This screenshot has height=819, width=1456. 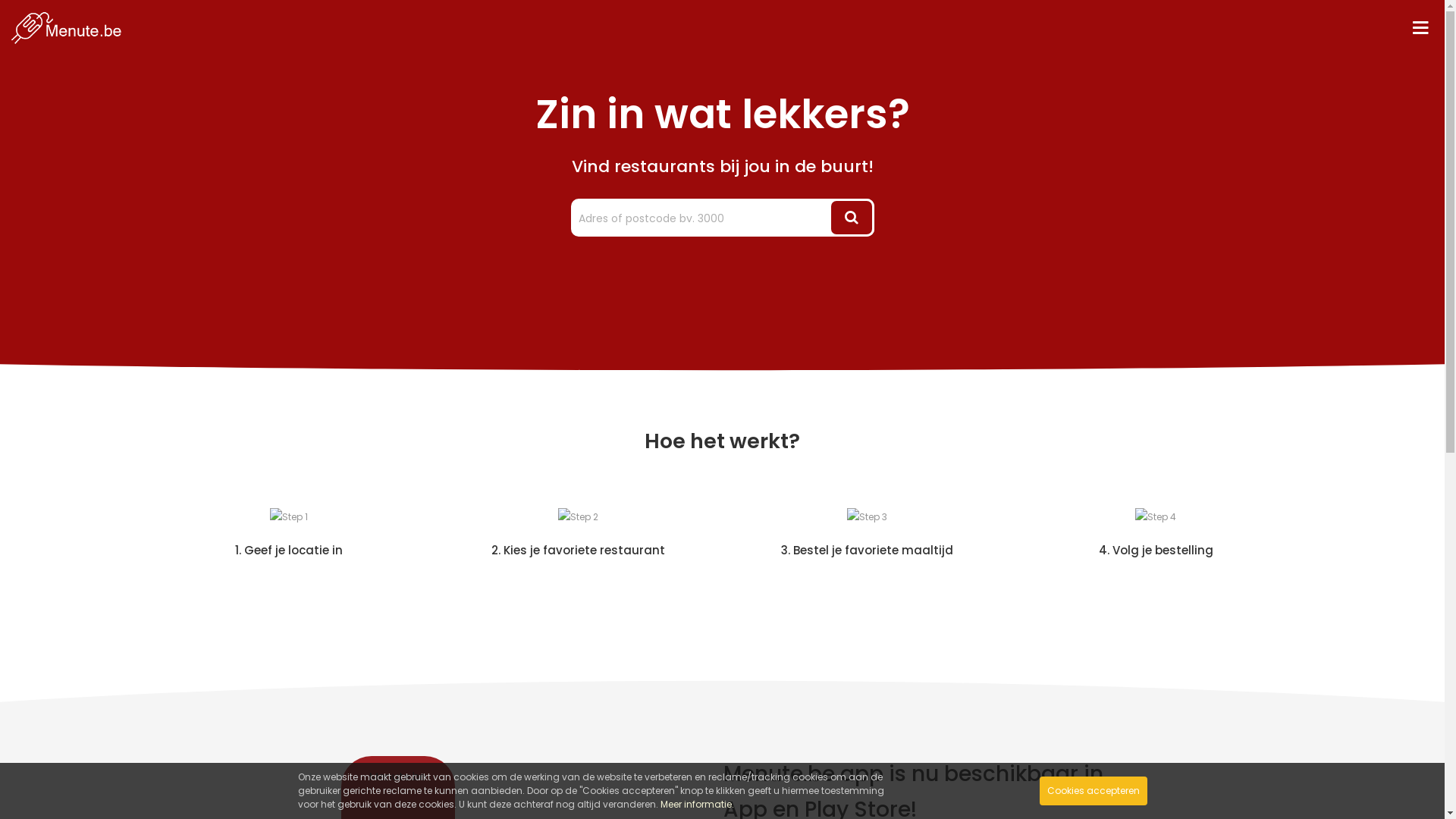 I want to click on 'Meer informatie.', so click(x=695, y=803).